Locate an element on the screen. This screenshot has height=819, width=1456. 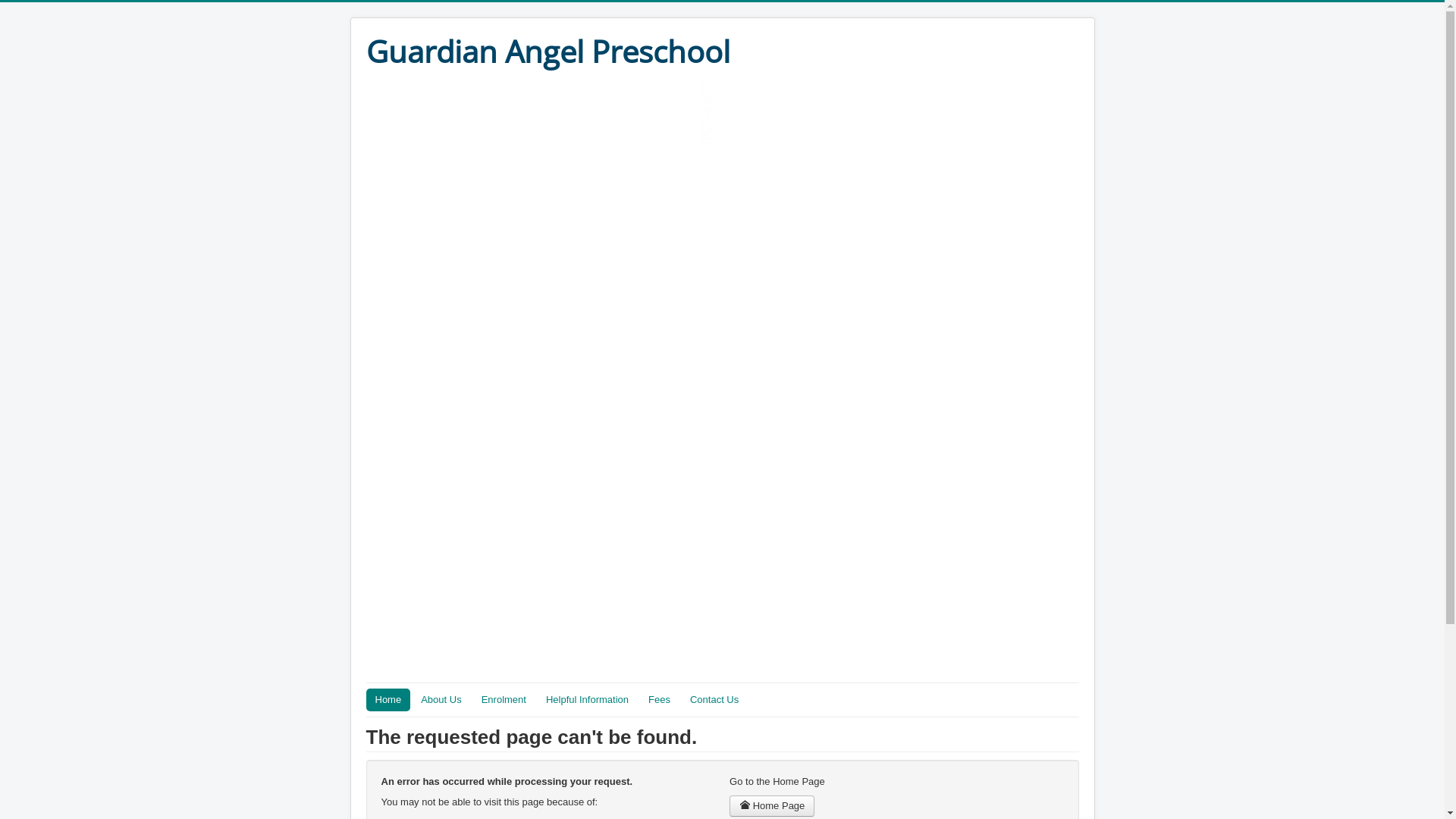
'Home Page' is located at coordinates (771, 805).